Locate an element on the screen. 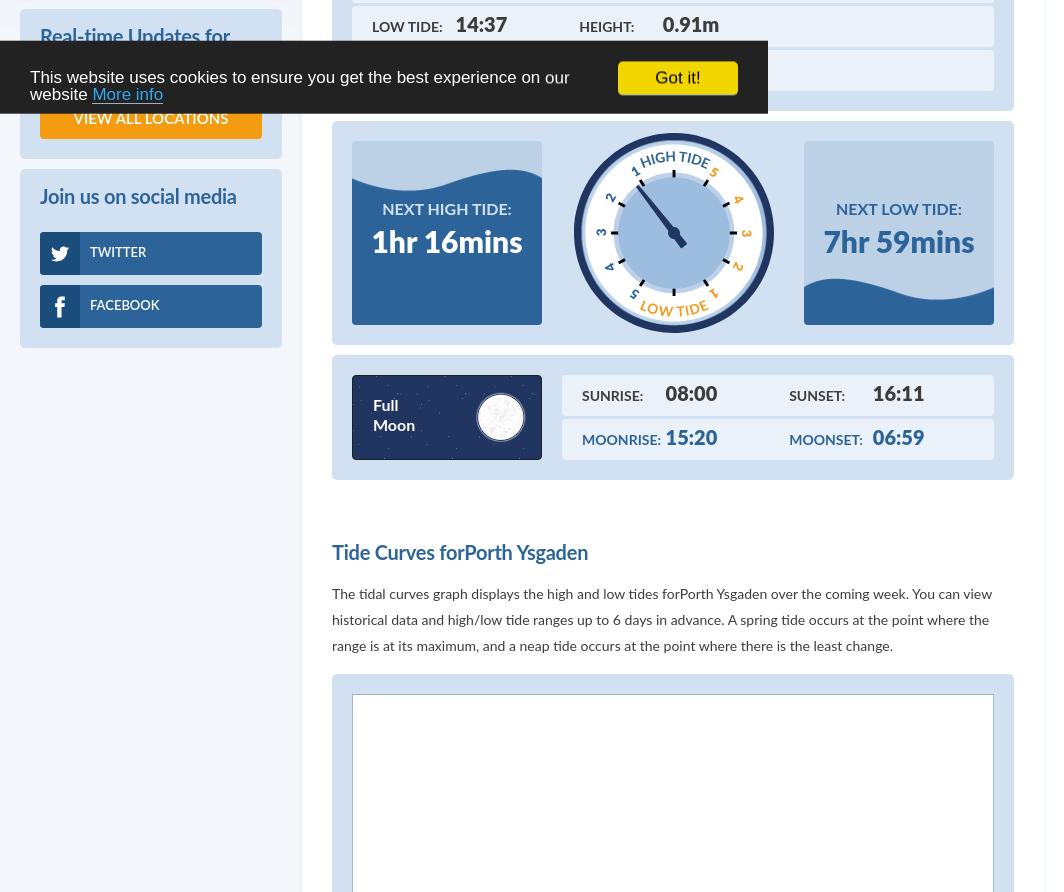 Image resolution: width=1064 pixels, height=892 pixels. 'Twitter' is located at coordinates (117, 253).